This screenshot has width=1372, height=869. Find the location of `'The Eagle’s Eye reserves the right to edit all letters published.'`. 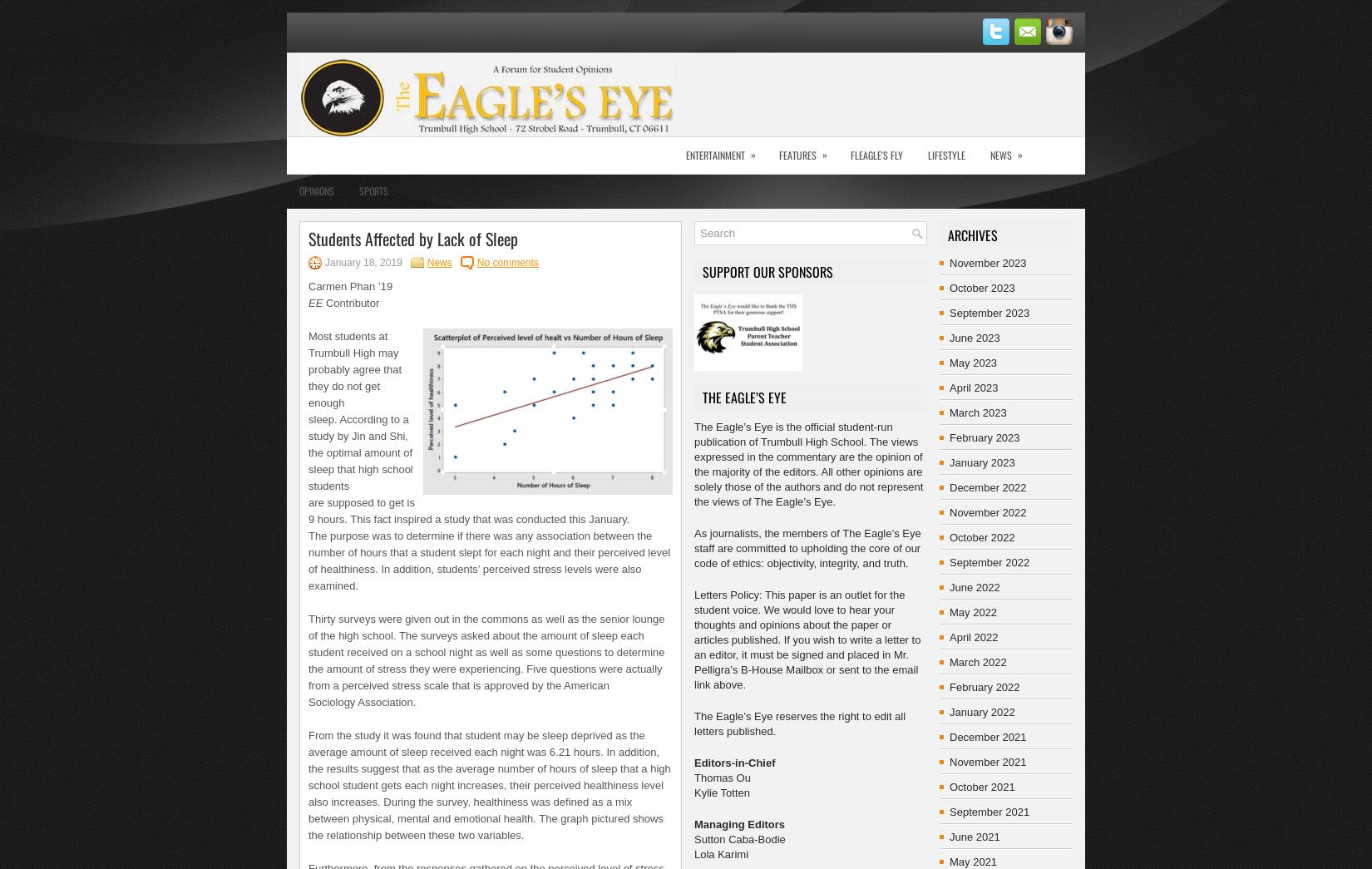

'The Eagle’s Eye reserves the right to edit all letters published.' is located at coordinates (799, 723).